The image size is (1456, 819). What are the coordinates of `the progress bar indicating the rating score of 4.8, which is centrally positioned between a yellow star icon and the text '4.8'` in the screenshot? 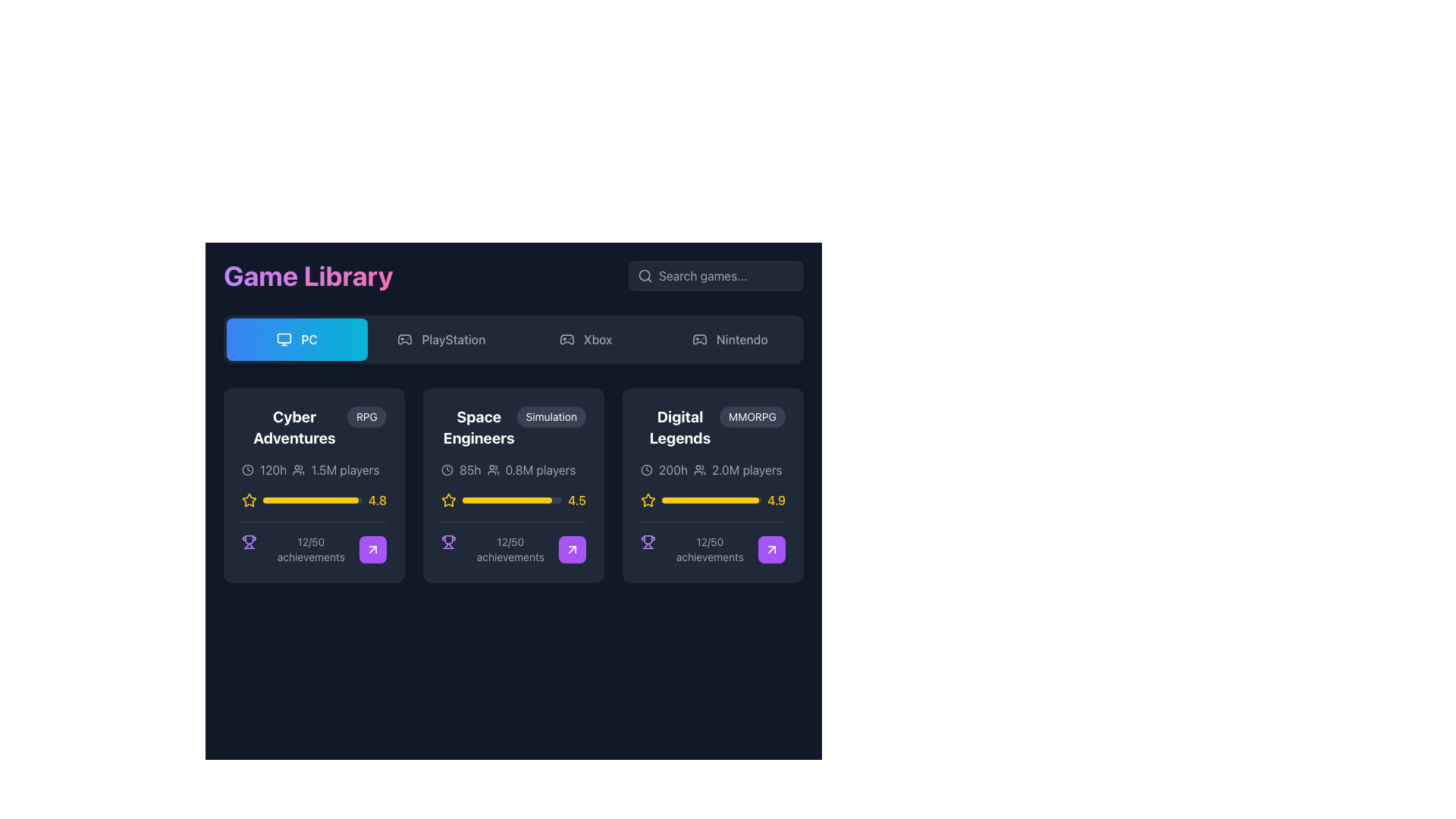 It's located at (312, 500).